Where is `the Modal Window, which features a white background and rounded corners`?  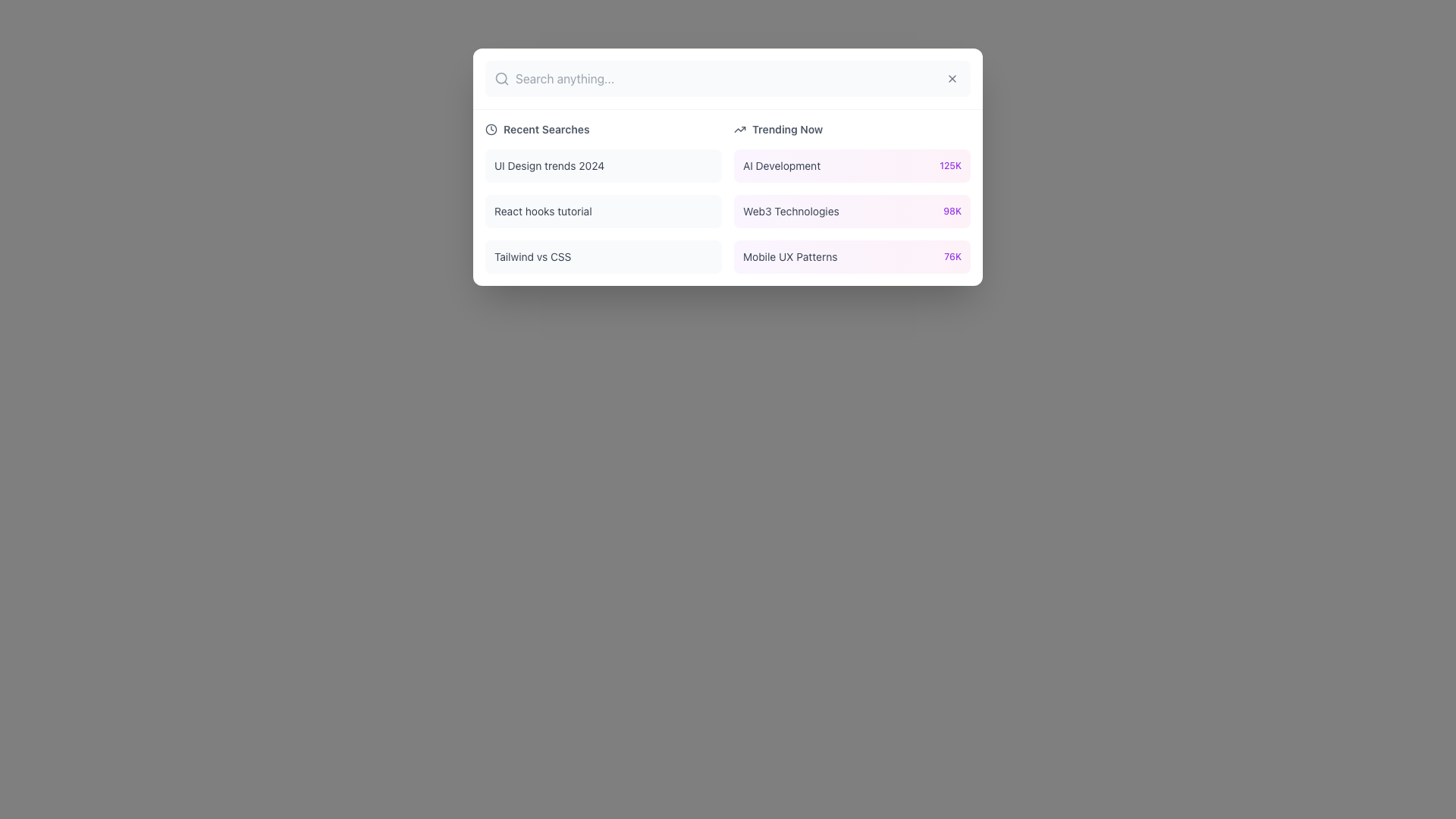 the Modal Window, which features a white background and rounded corners is located at coordinates (728, 167).